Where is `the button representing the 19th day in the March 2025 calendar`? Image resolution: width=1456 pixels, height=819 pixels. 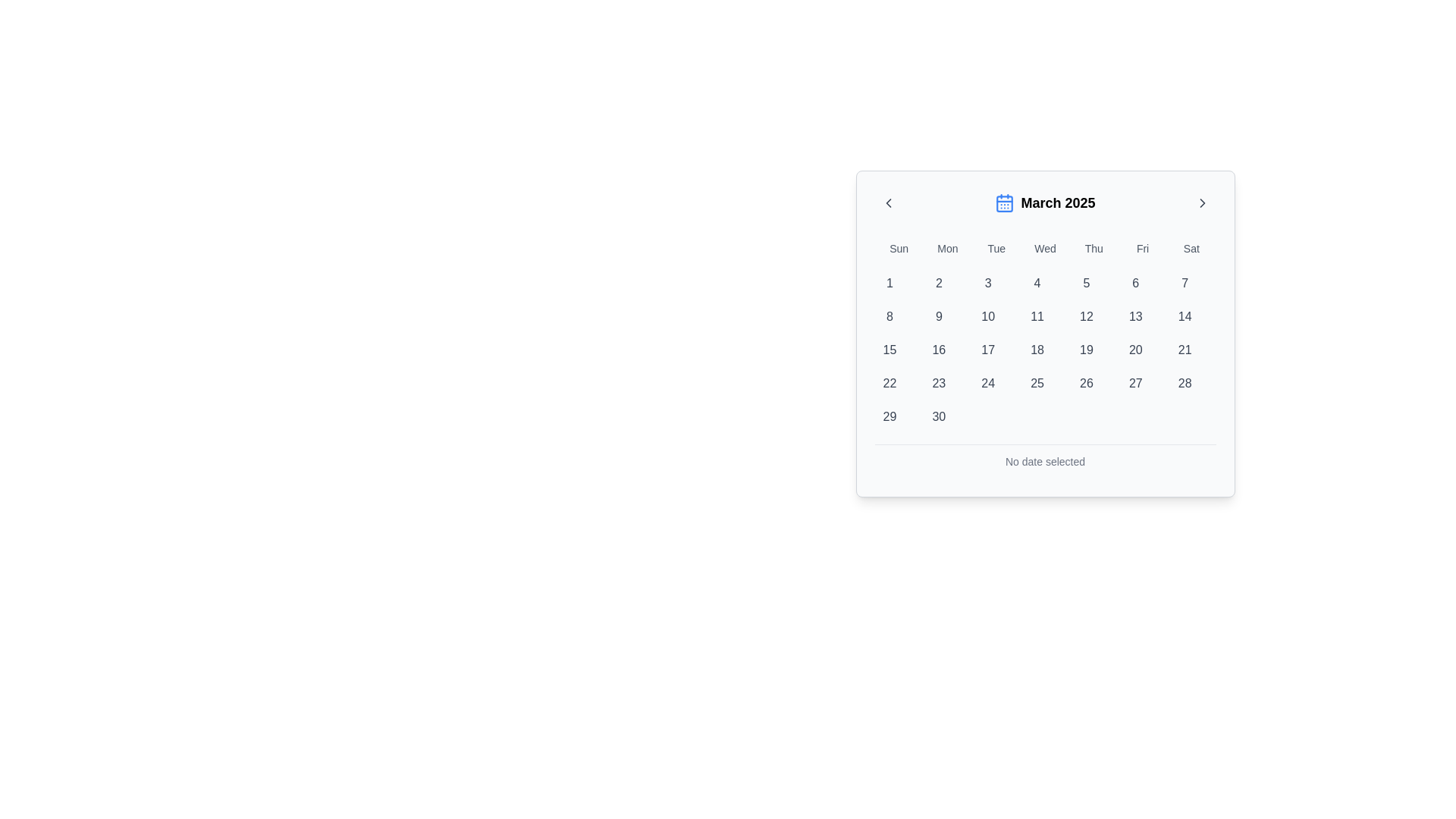 the button representing the 19th day in the March 2025 calendar is located at coordinates (1085, 350).